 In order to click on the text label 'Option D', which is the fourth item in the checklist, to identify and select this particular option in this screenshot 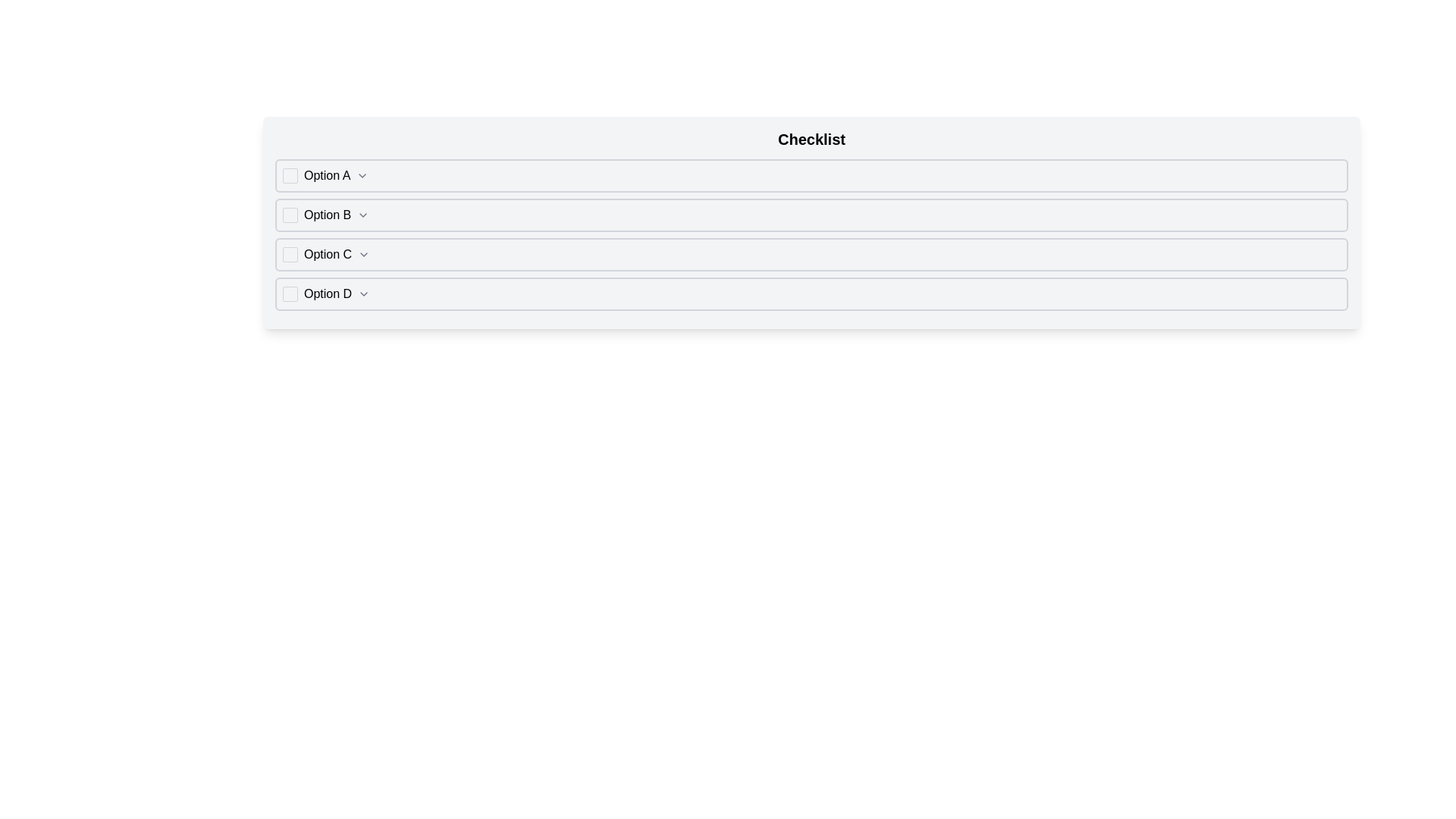, I will do `click(327, 294)`.